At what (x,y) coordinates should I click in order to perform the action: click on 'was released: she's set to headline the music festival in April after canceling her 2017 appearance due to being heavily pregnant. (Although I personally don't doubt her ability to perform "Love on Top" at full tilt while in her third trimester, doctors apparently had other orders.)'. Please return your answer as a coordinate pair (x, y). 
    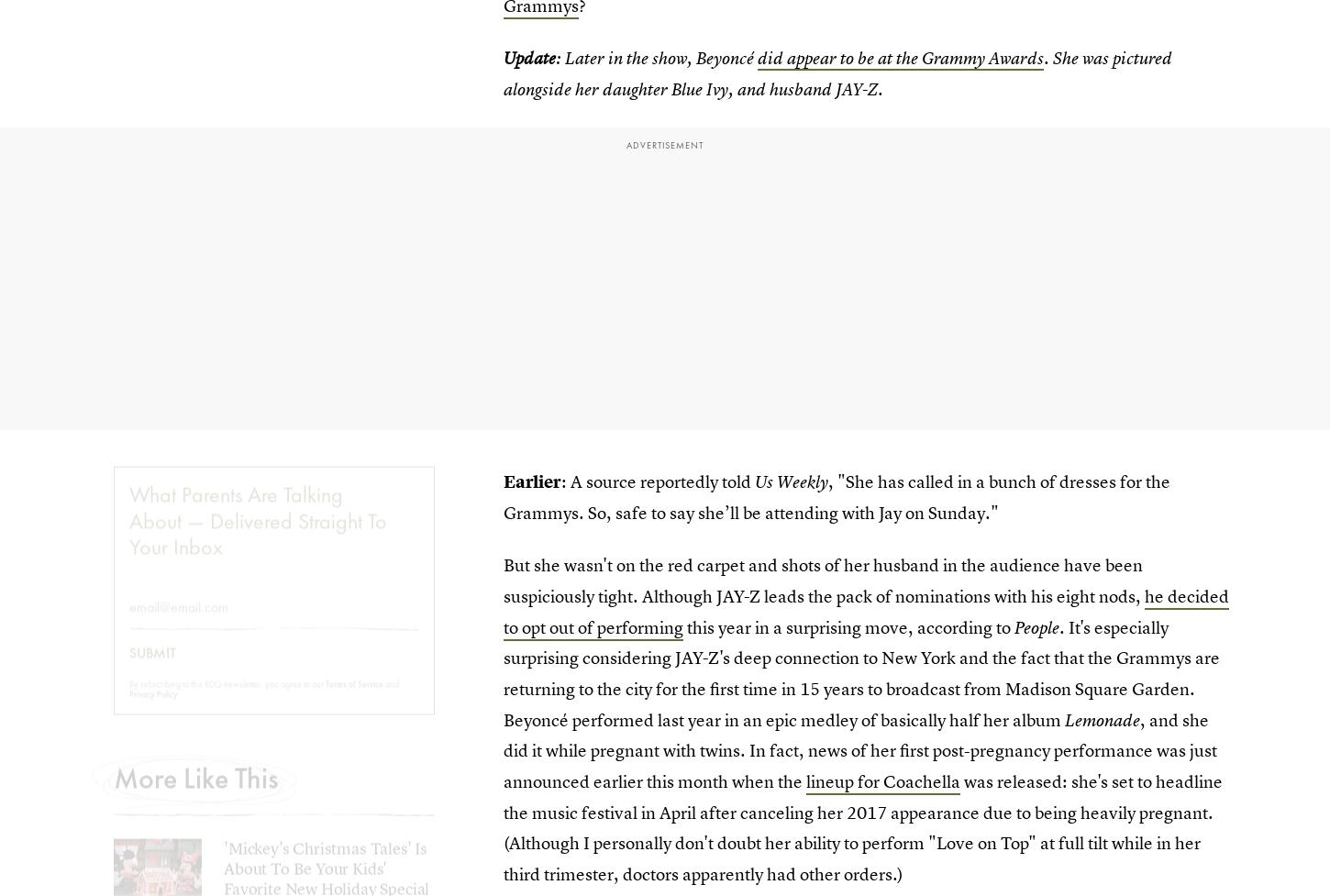
    Looking at the image, I should click on (862, 827).